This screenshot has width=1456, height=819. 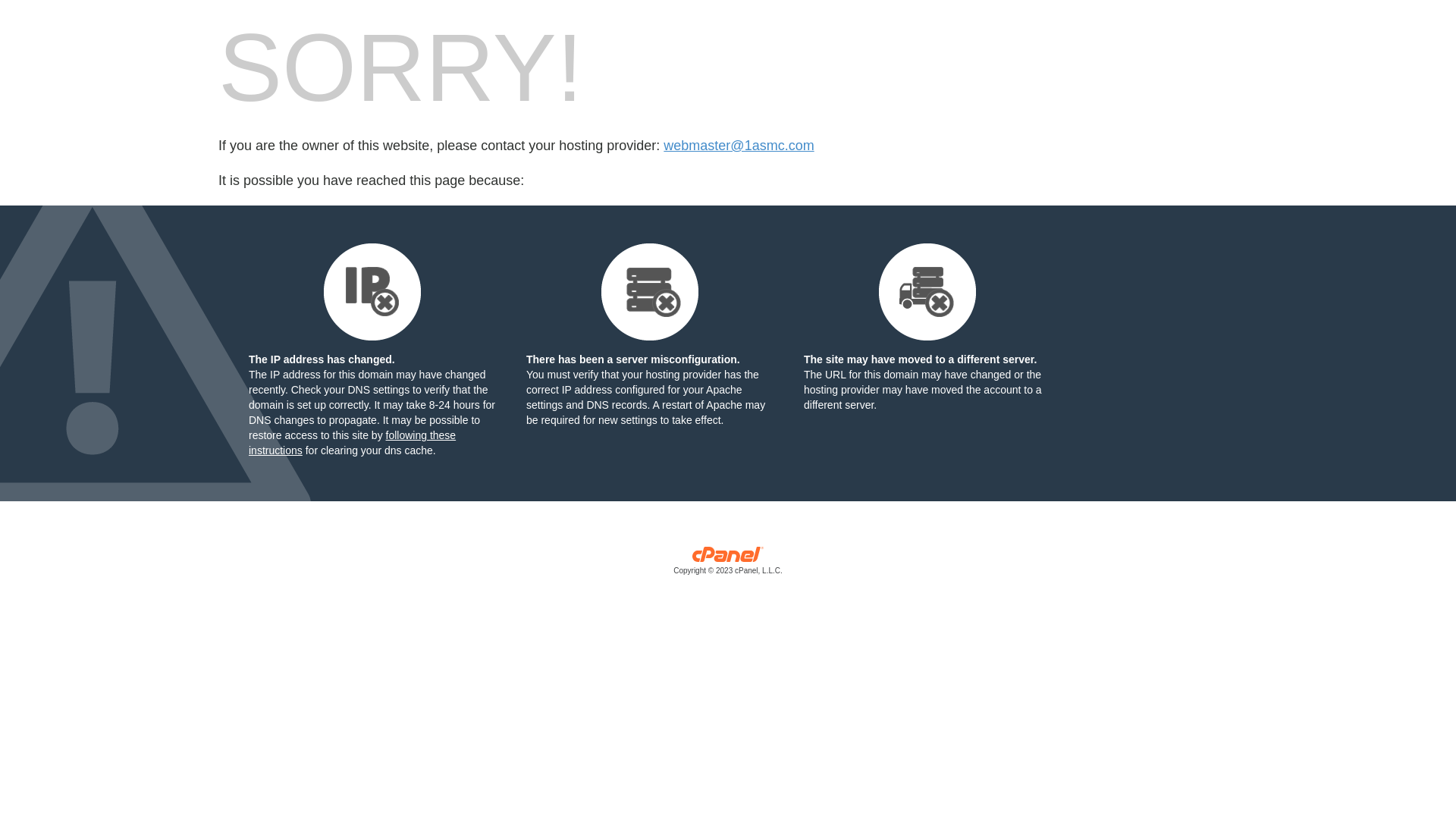 I want to click on 'following these instructions', so click(x=351, y=442).